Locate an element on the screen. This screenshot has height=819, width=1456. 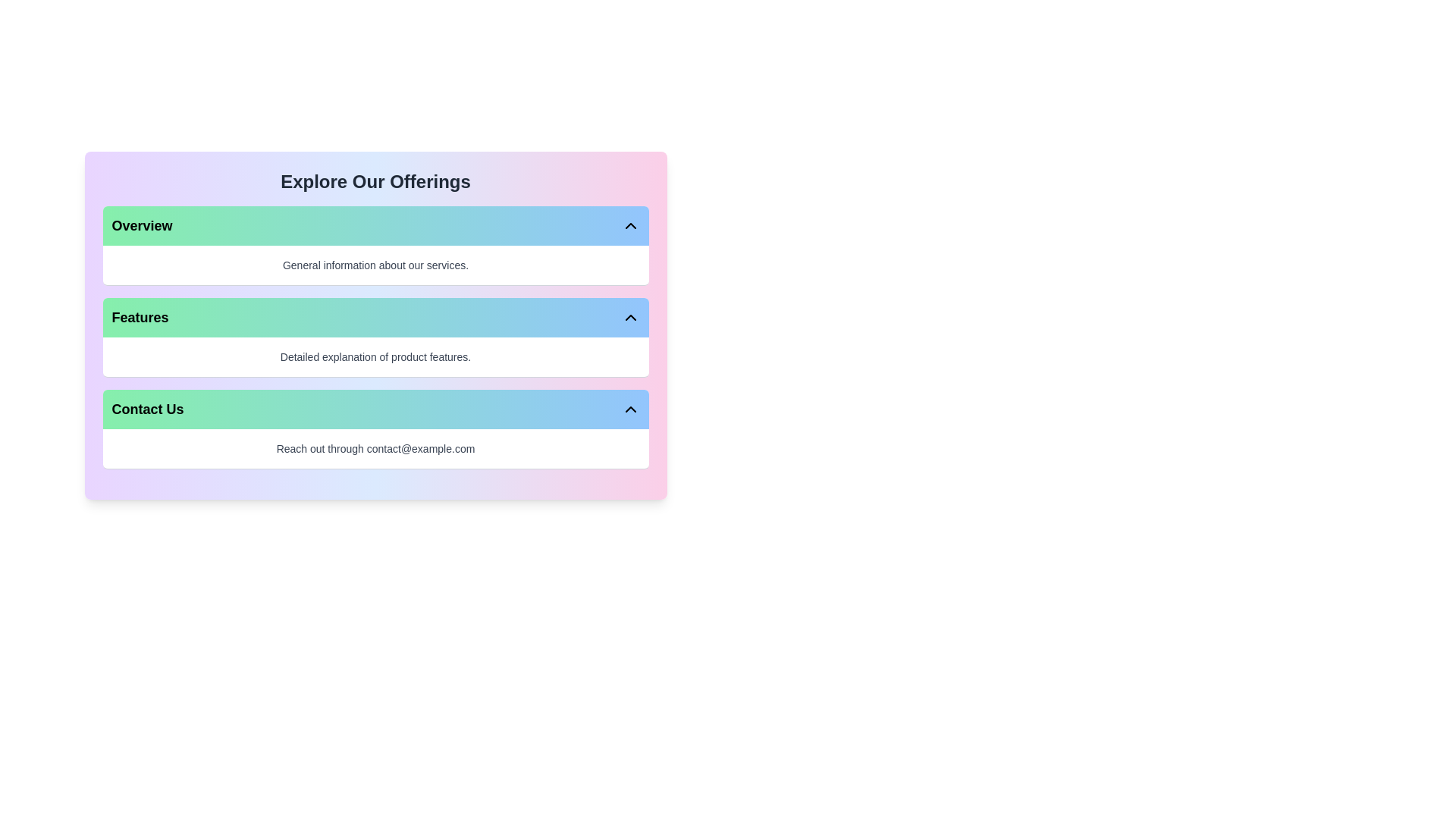
the collapsible section that provides detailed information about product features, which is positioned below the 'Overview' section and above the 'Contact Us' section is located at coordinates (375, 337).